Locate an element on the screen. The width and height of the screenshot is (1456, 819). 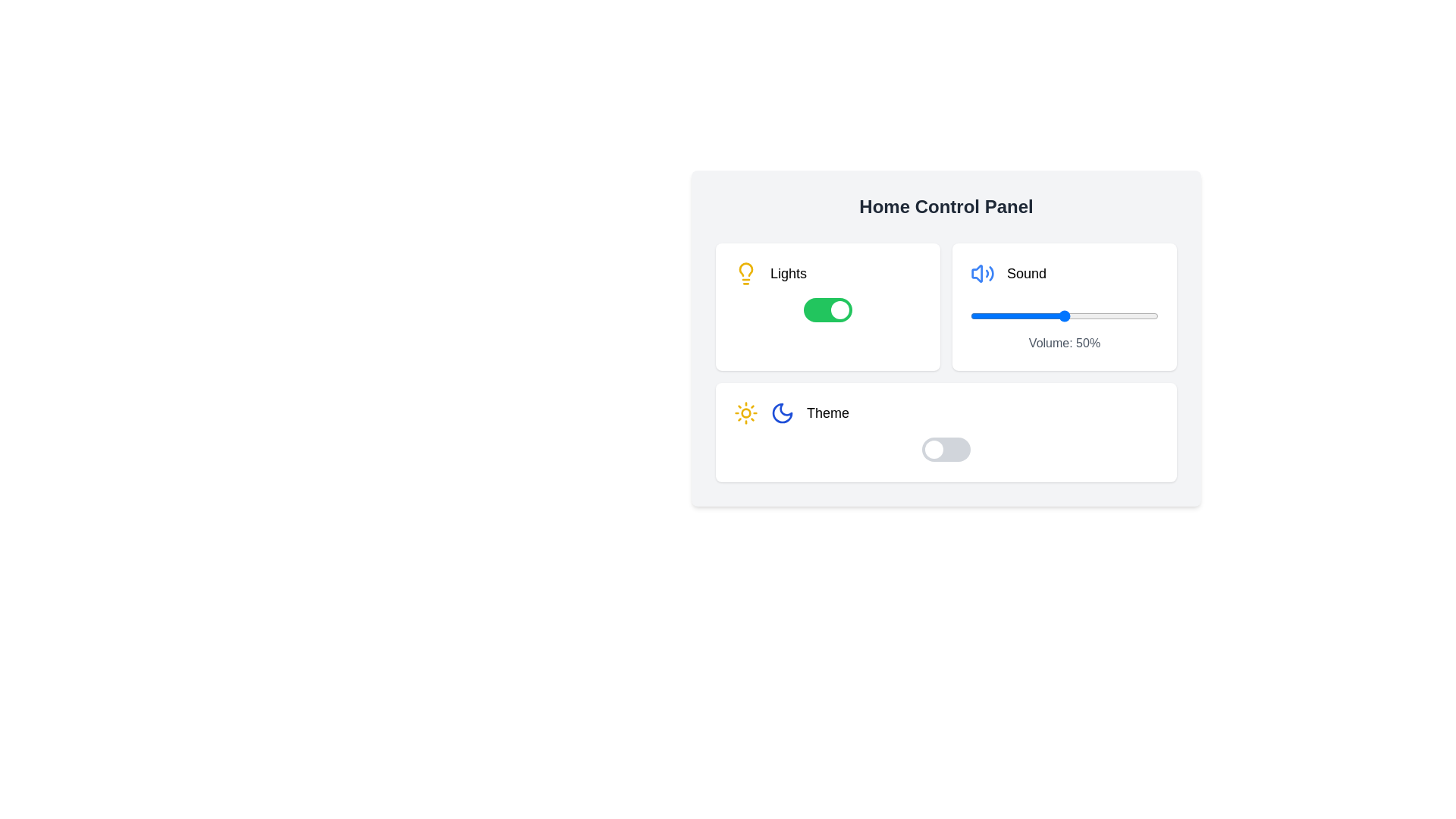
the sun icon graphic located in the 'Theme' section of the control panel interface, which features a bright yellow circular center with rays, positioned above the text 'Theme.' is located at coordinates (745, 413).